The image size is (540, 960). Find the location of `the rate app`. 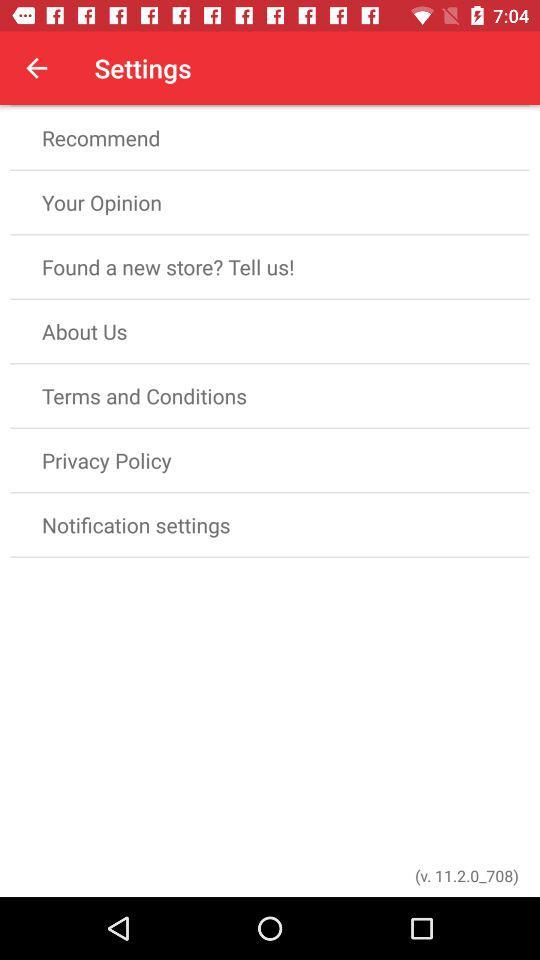

the rate app is located at coordinates (270, 73).